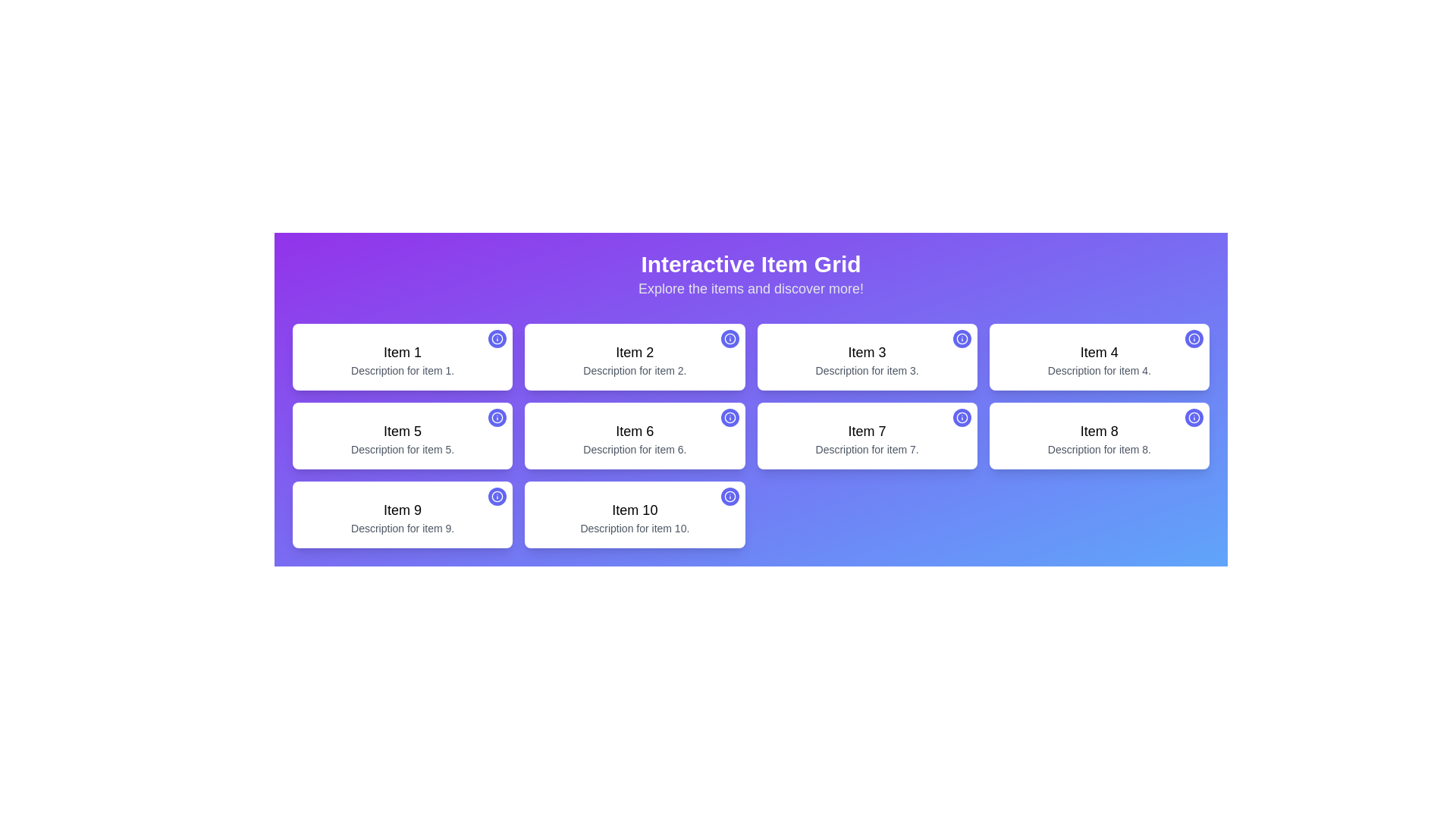 The width and height of the screenshot is (1456, 819). I want to click on the non-interactive Text label that provides supplementary descriptive information for 'Item 2', located directly beneath the label in the second item of the top row of a grid layout, so click(635, 371).